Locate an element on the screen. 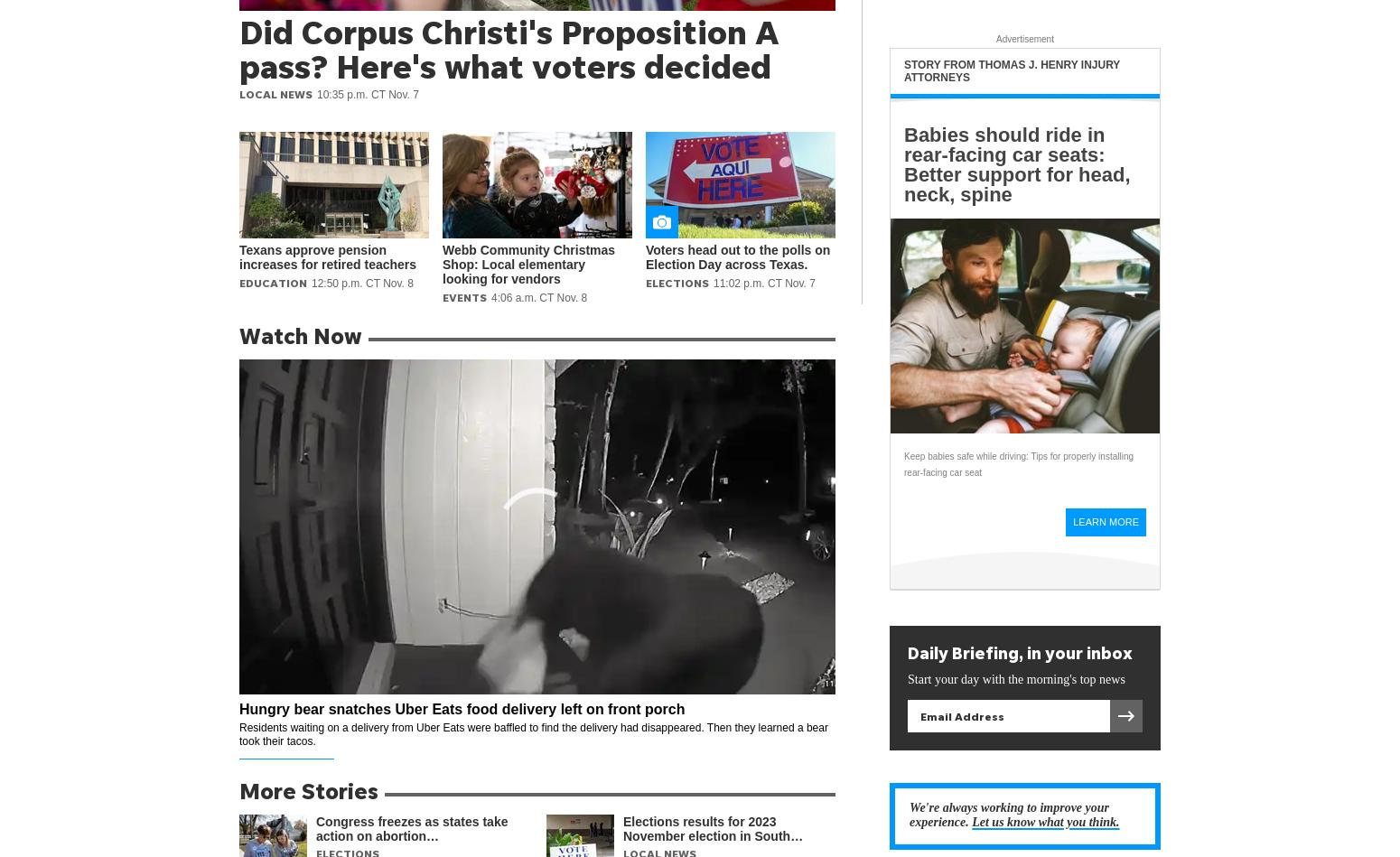 The height and width of the screenshot is (857, 1400). 'Babies should ride in rear-facing car seats: Better support for head, neck, spine' is located at coordinates (902, 163).